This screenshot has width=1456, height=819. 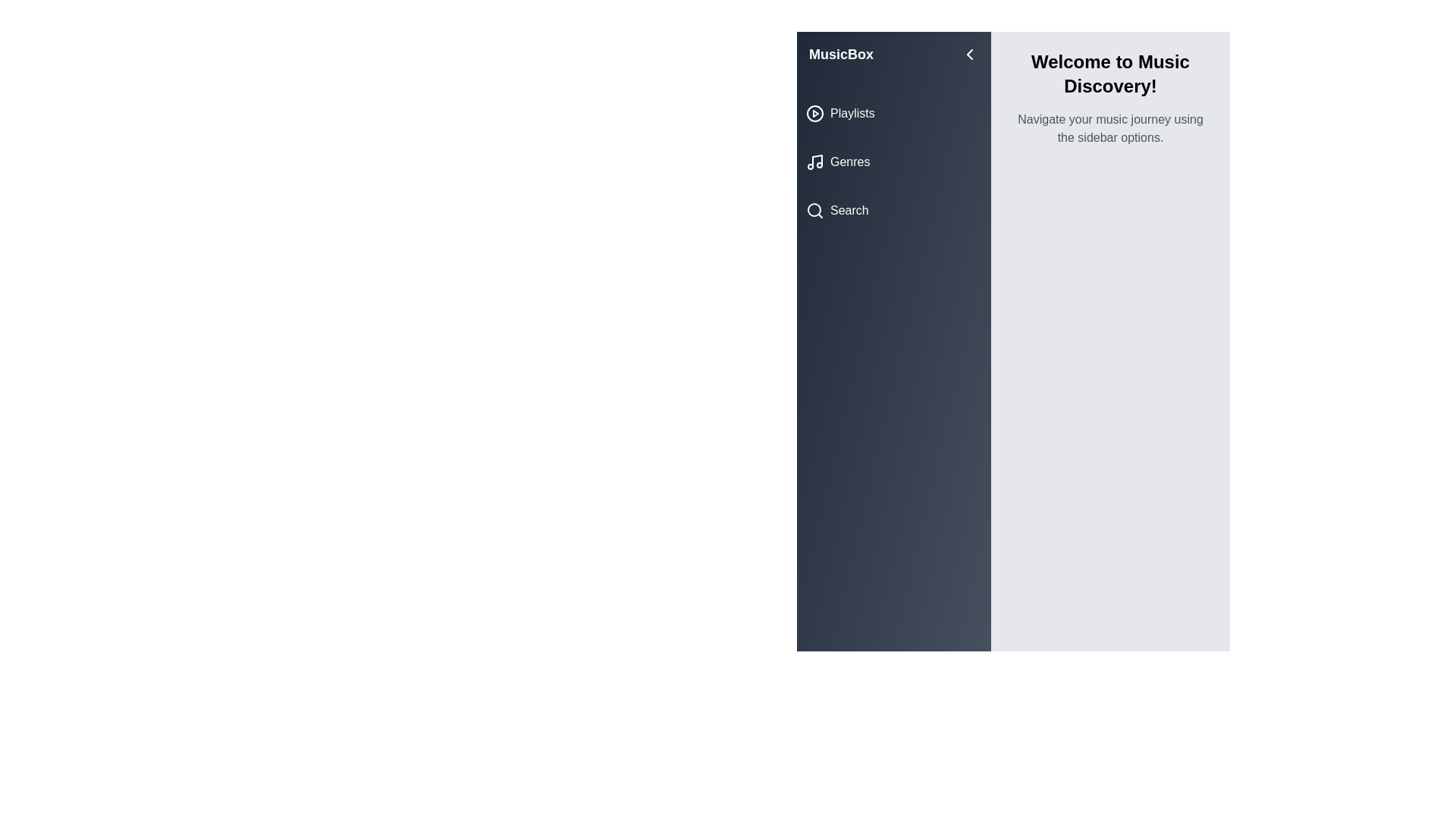 What do you see at coordinates (894, 162) in the screenshot?
I see `the category Genres to view its hover state` at bounding box center [894, 162].